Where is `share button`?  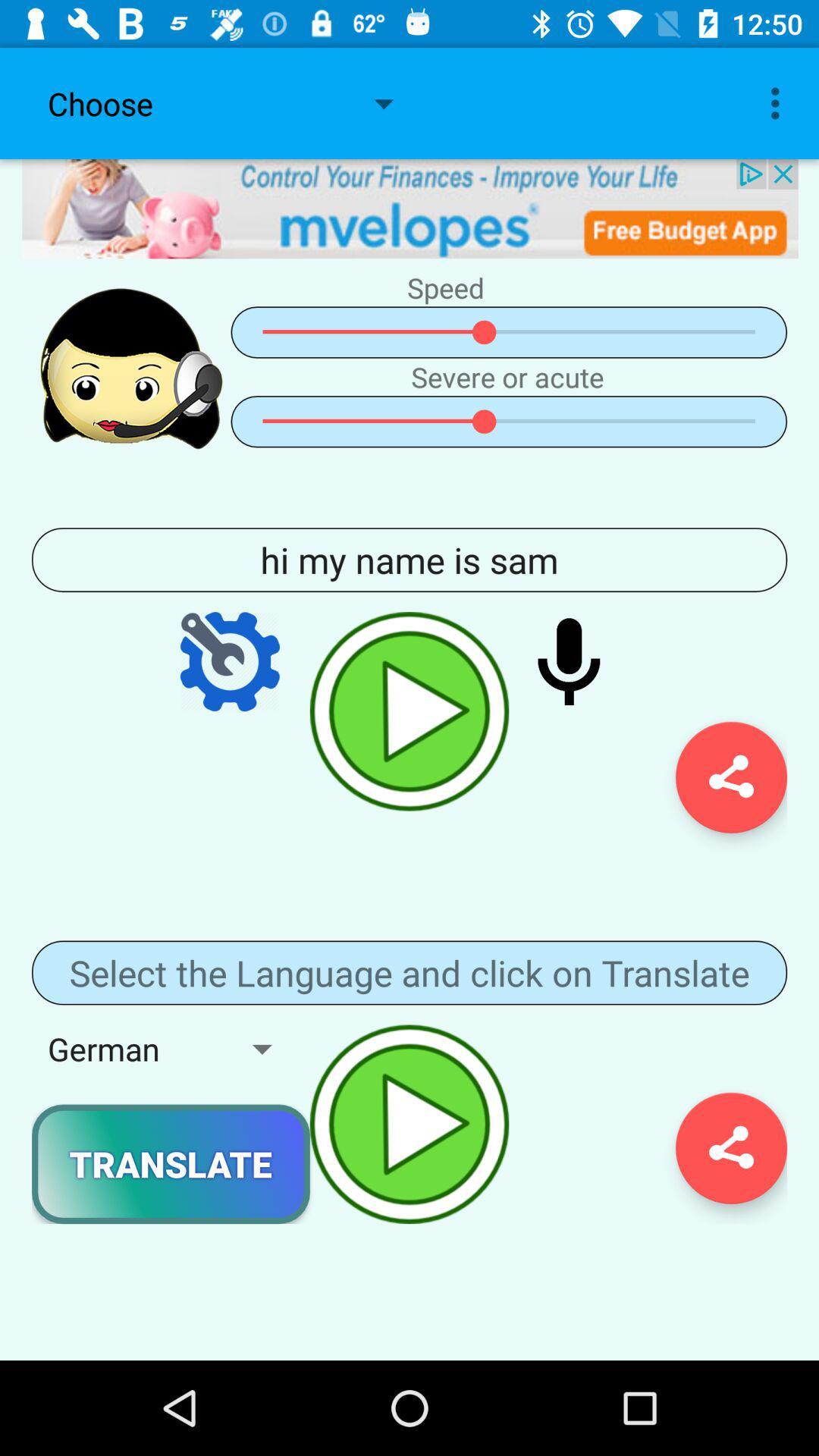
share button is located at coordinates (730, 1148).